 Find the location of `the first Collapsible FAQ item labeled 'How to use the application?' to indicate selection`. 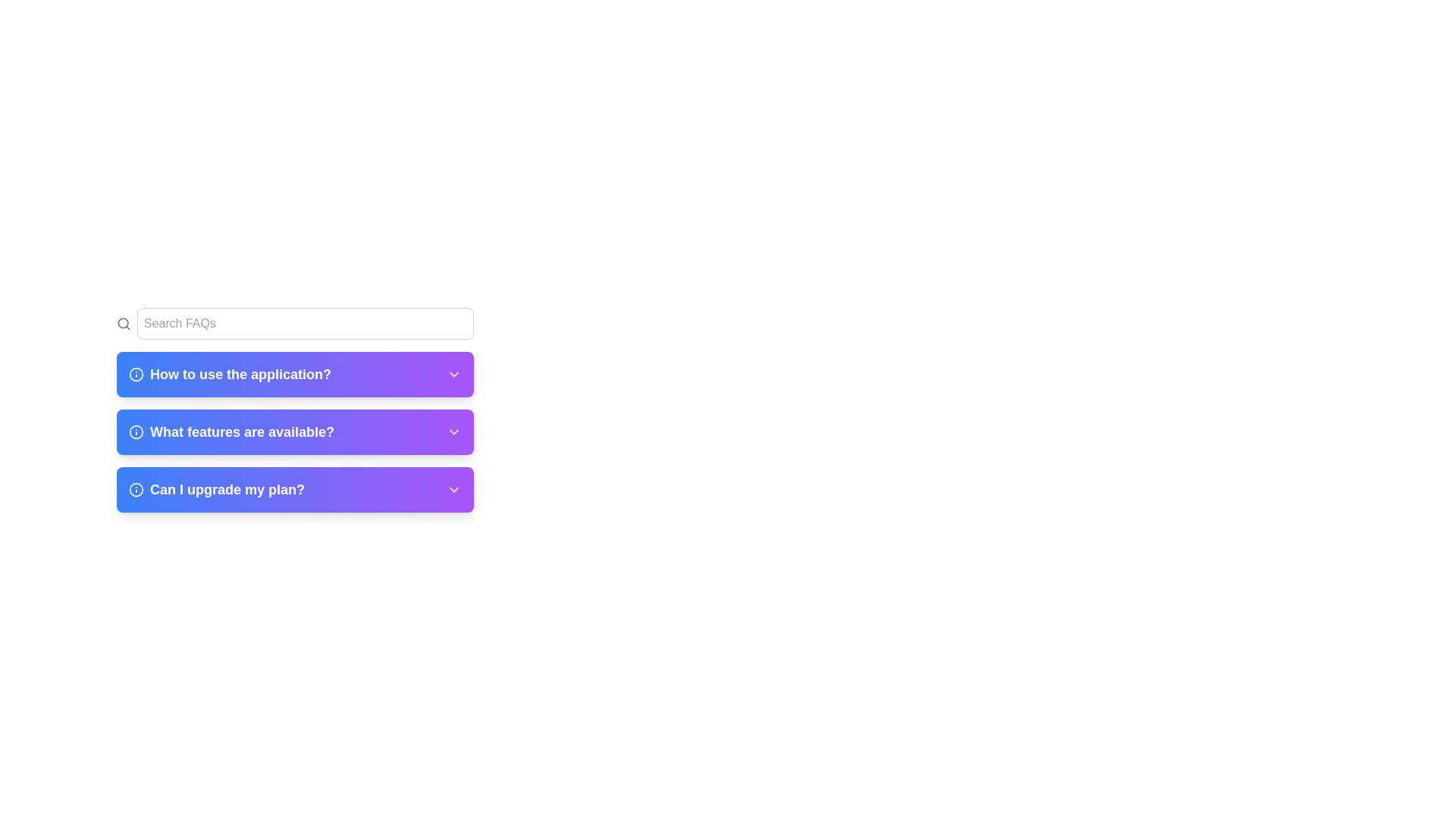

the first Collapsible FAQ item labeled 'How to use the application?' to indicate selection is located at coordinates (295, 374).